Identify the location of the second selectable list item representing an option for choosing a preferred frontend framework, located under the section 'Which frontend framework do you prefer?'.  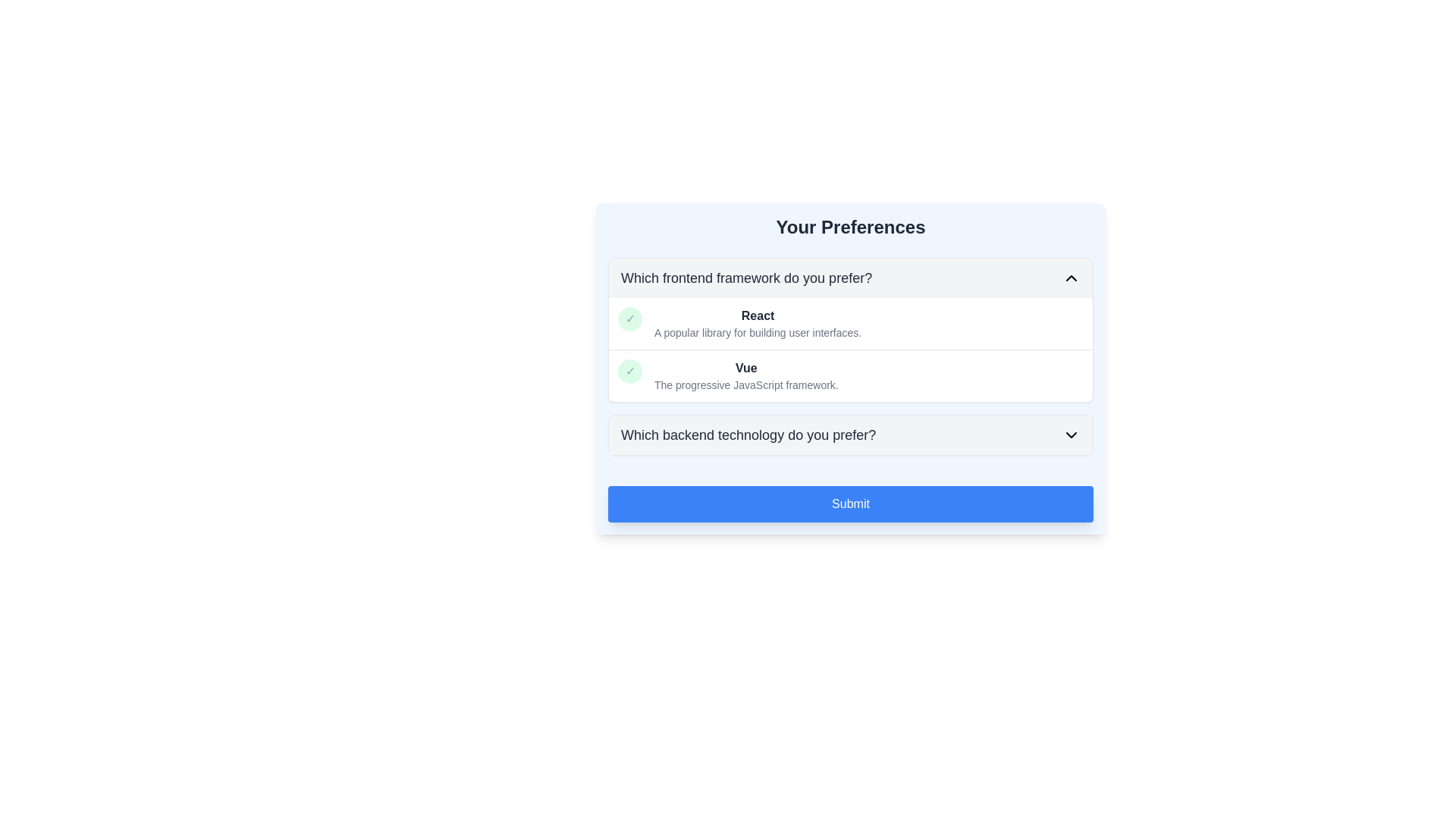
(851, 375).